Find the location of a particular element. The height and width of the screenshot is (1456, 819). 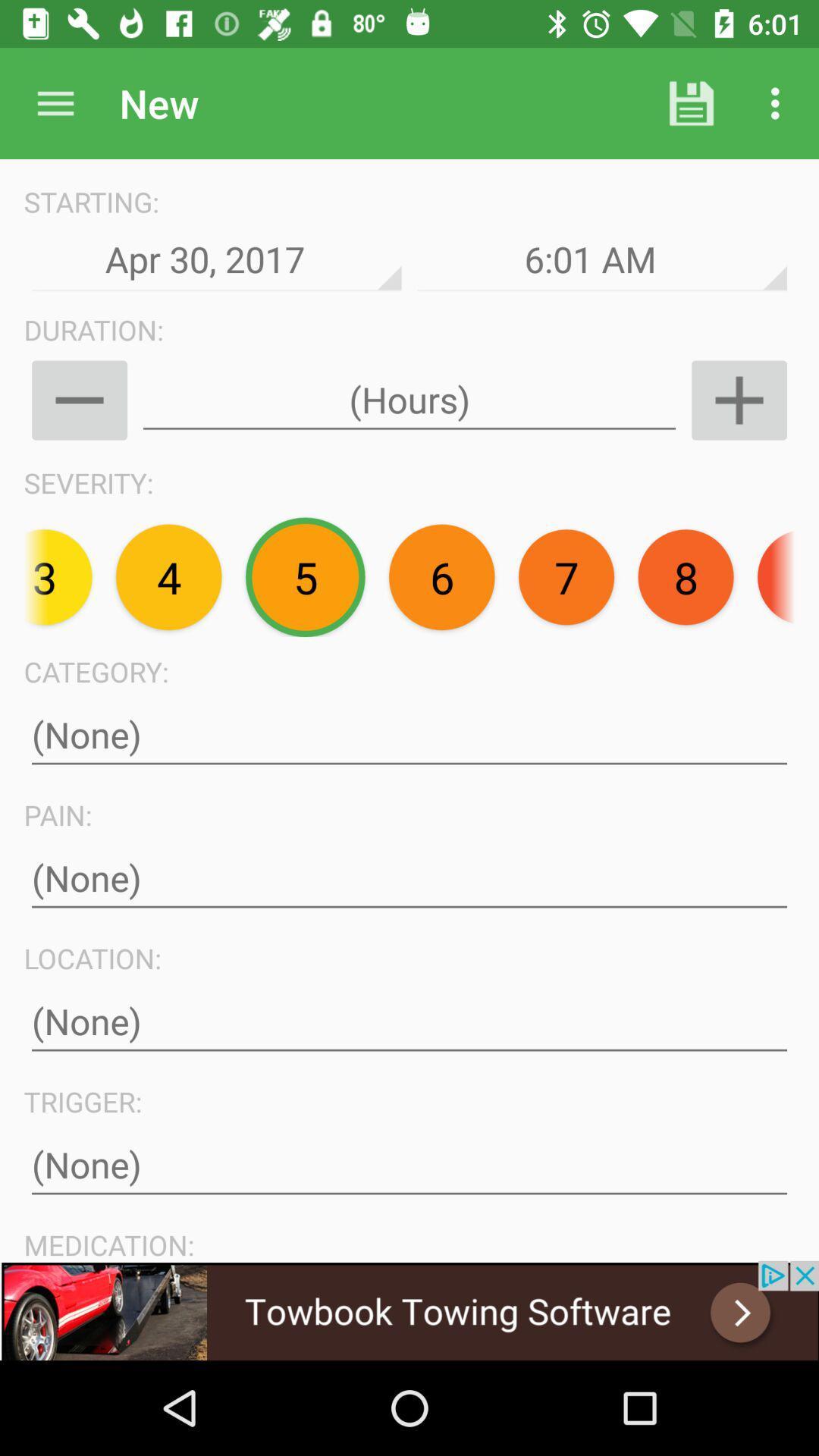

advertisement link image is located at coordinates (409, 1310).